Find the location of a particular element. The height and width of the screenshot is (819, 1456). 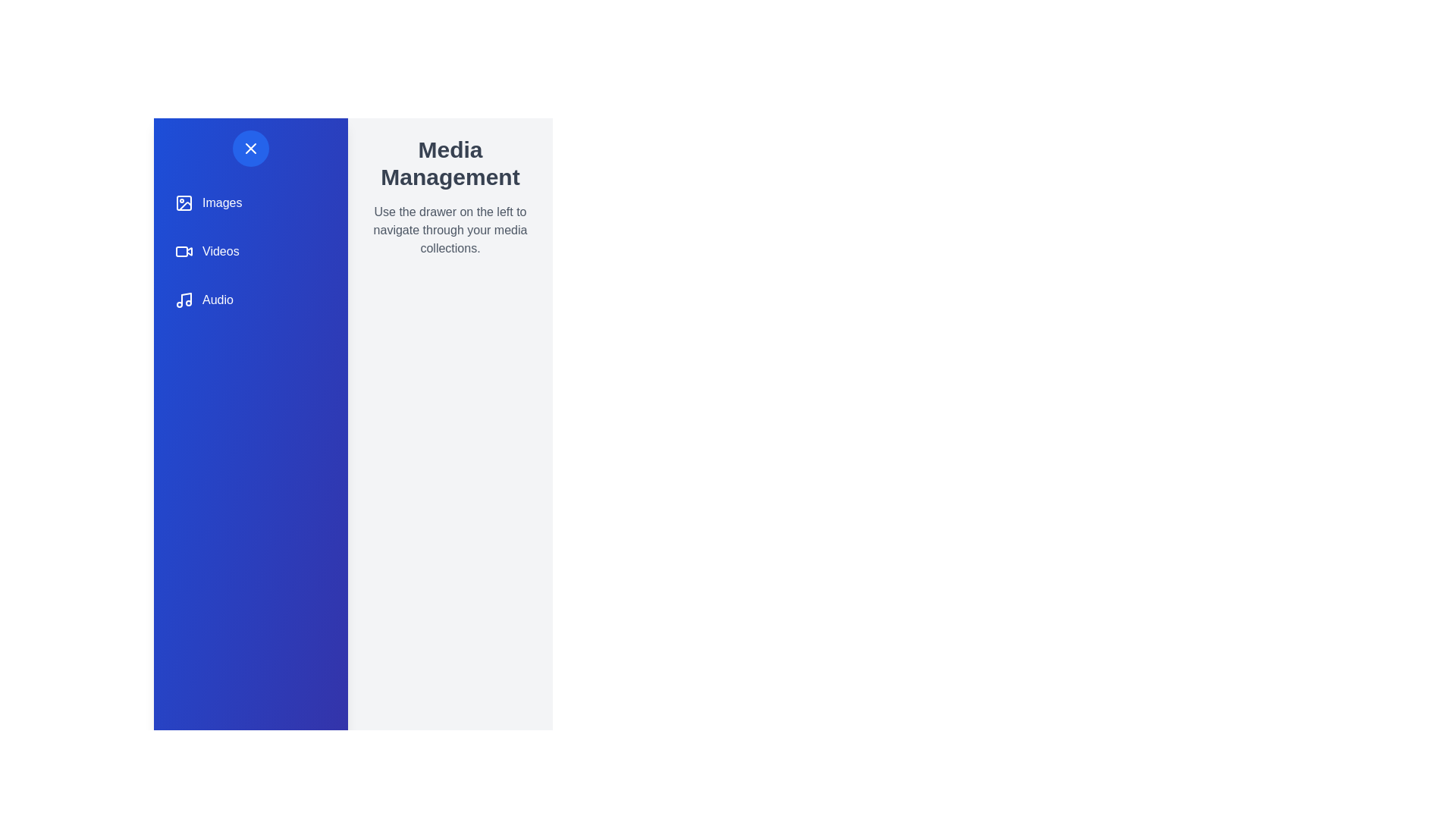

the light blue video camera icon located within the 'Videos' menu option in the navigation drawer by clicking on it is located at coordinates (184, 250).